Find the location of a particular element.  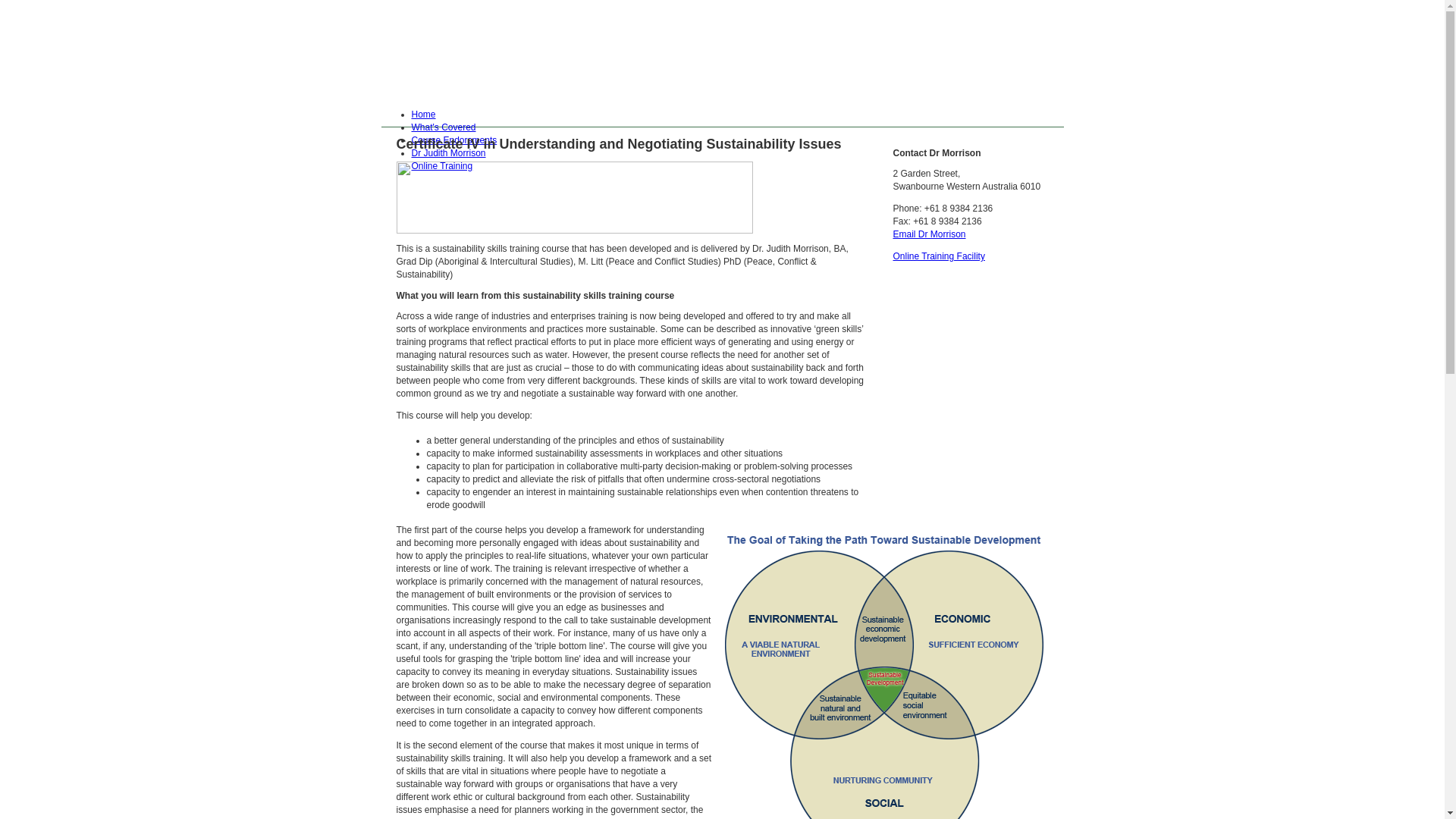

'Course Endorsments' is located at coordinates (453, 140).